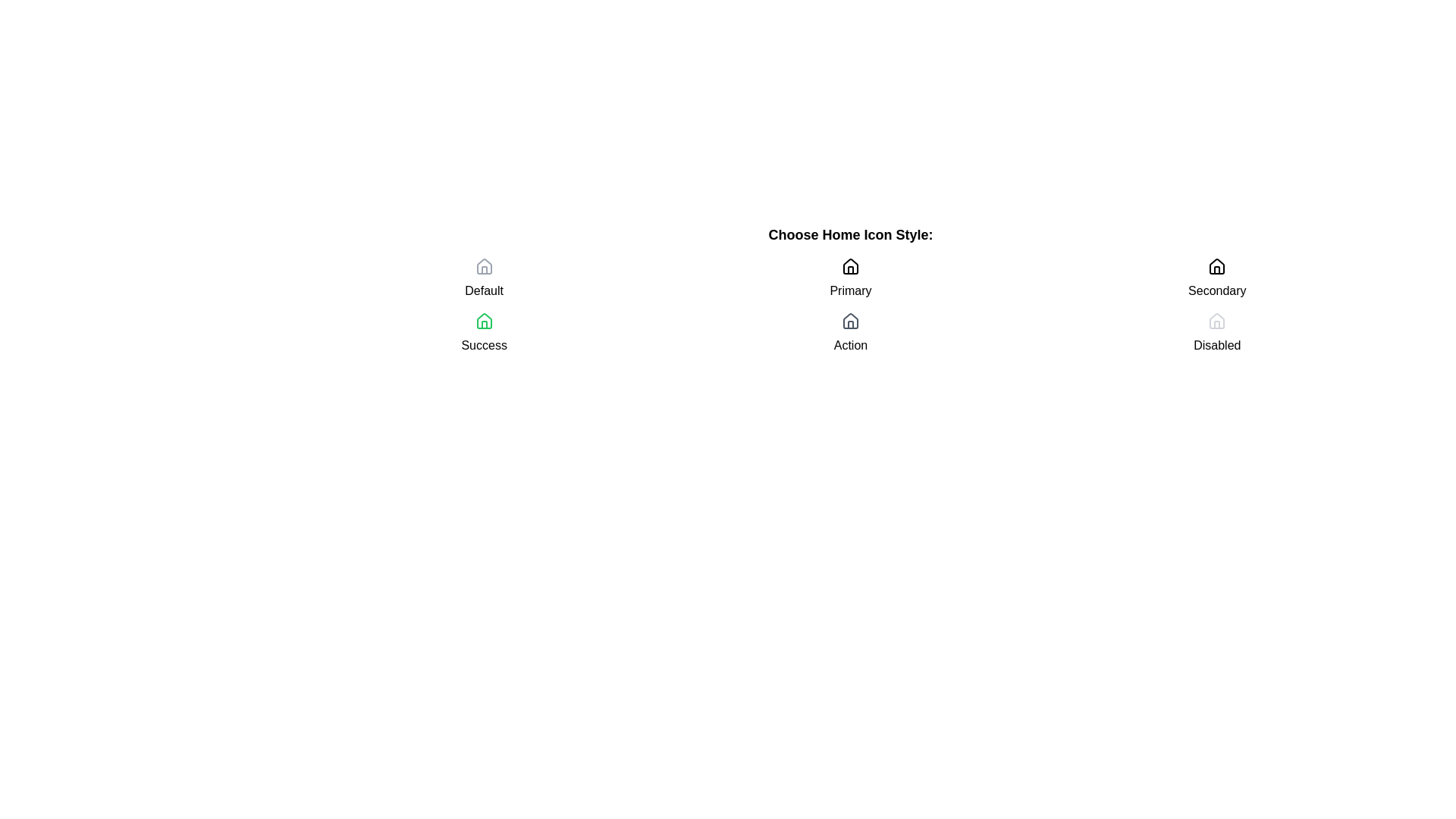 This screenshot has height=819, width=1456. Describe the element at coordinates (1217, 265) in the screenshot. I see `the button labeled 'Secondary' that contains the house icon with a triangular roof and rectangular base` at that location.